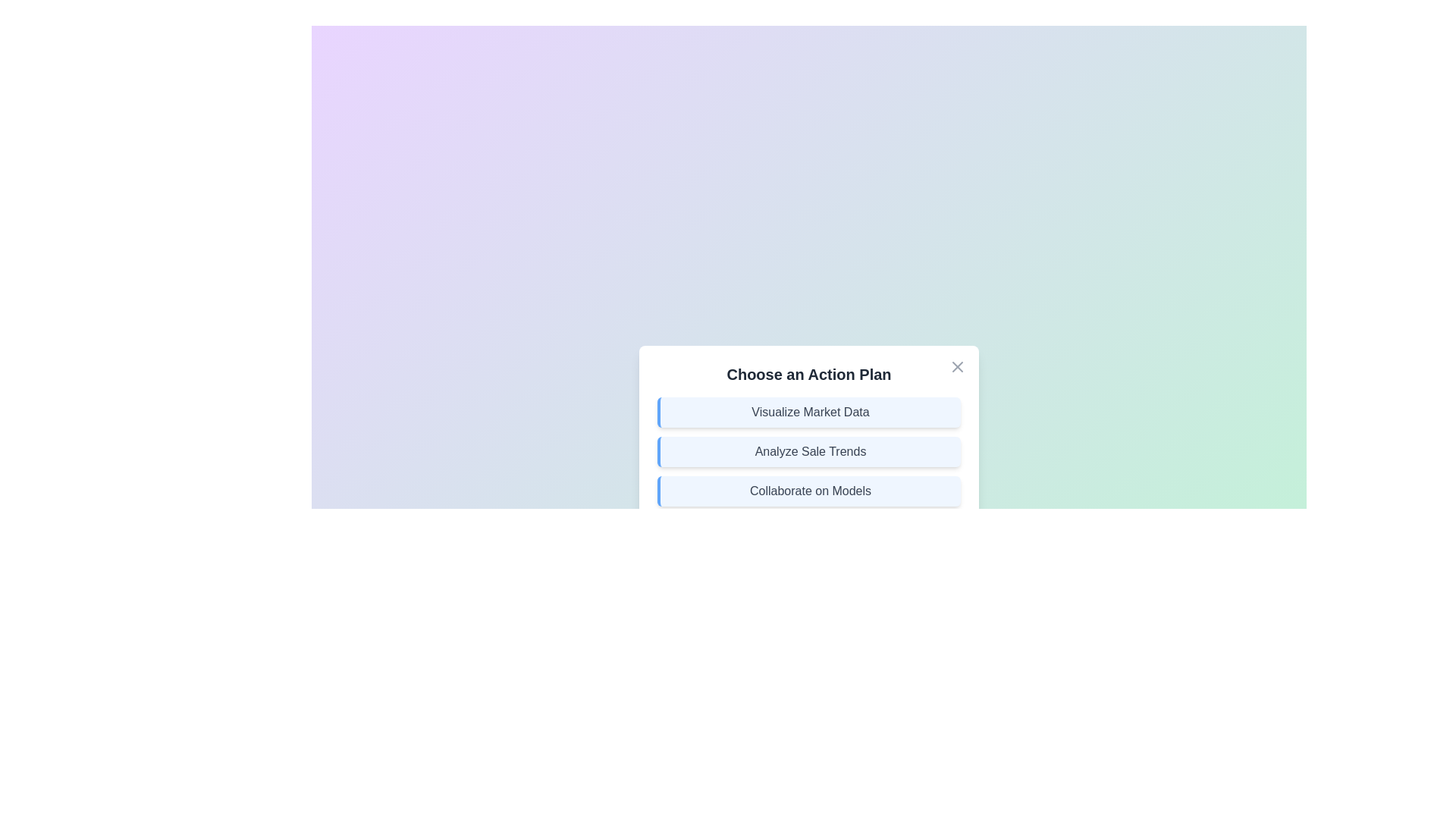 The image size is (1456, 819). What do you see at coordinates (808, 451) in the screenshot?
I see `the list item corresponding to Analyze Sale Trends` at bounding box center [808, 451].